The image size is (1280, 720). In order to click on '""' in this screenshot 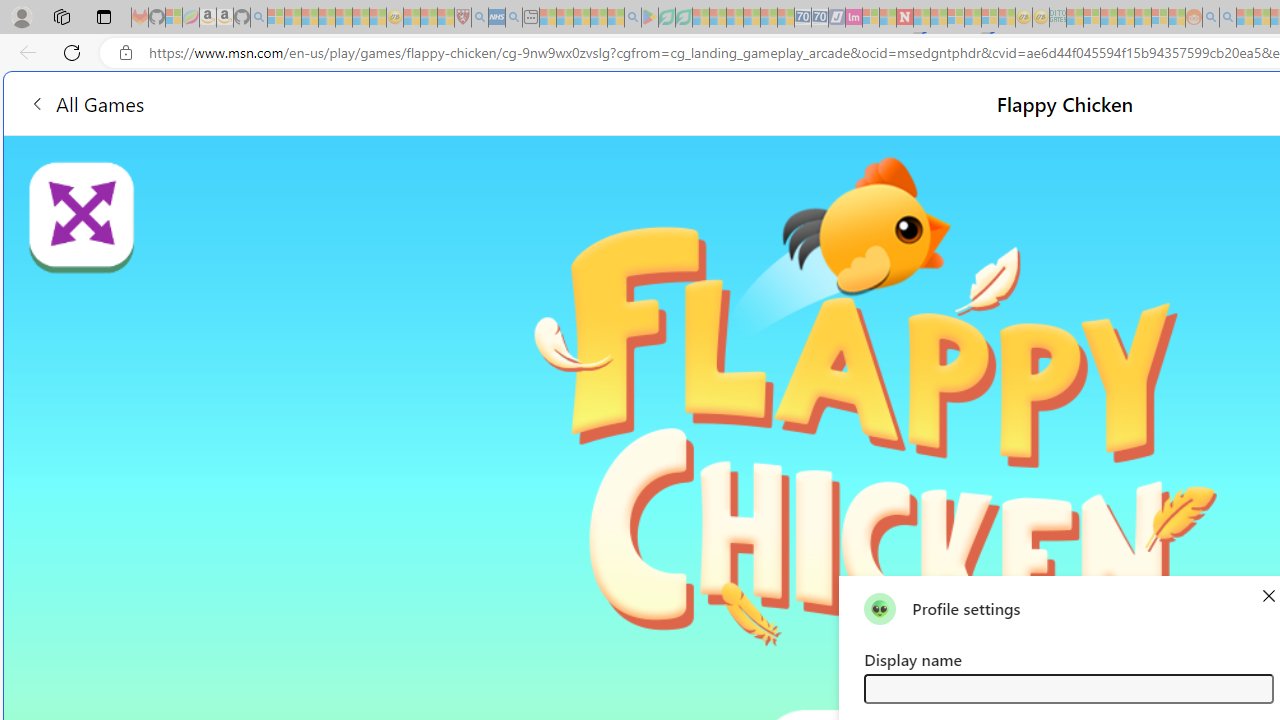, I will do `click(880, 607)`.